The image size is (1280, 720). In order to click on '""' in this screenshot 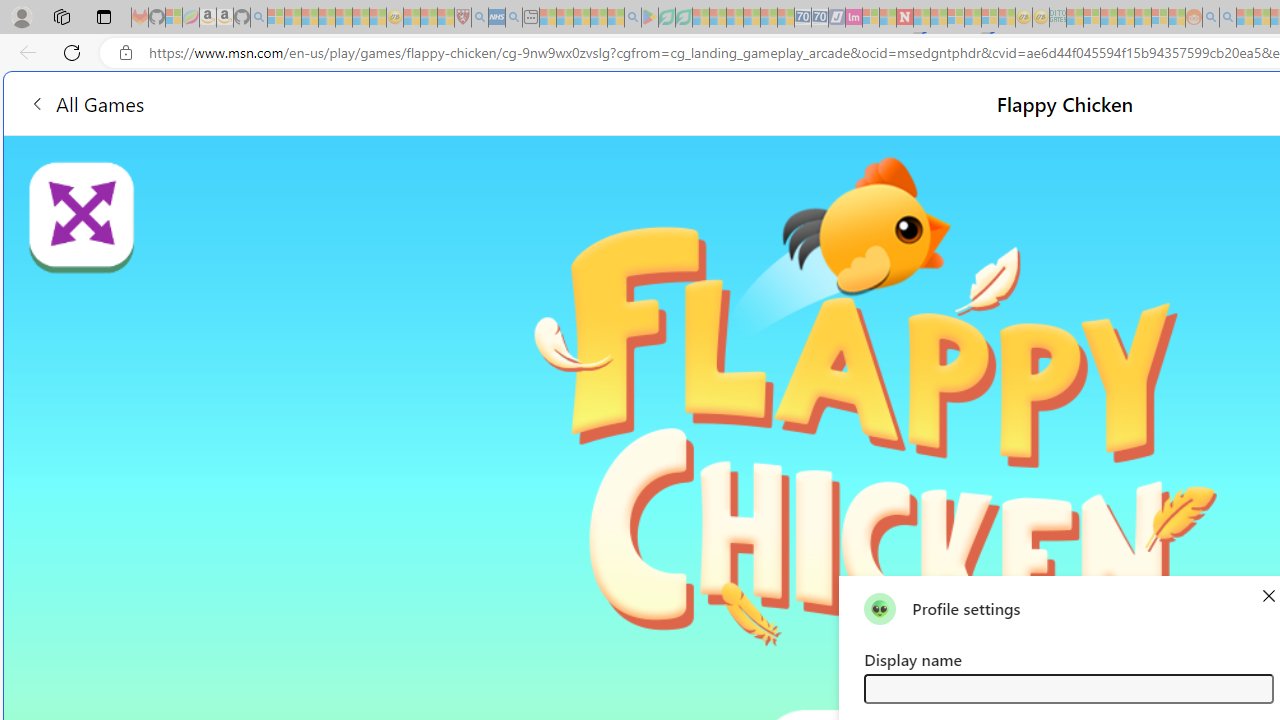, I will do `click(880, 607)`.